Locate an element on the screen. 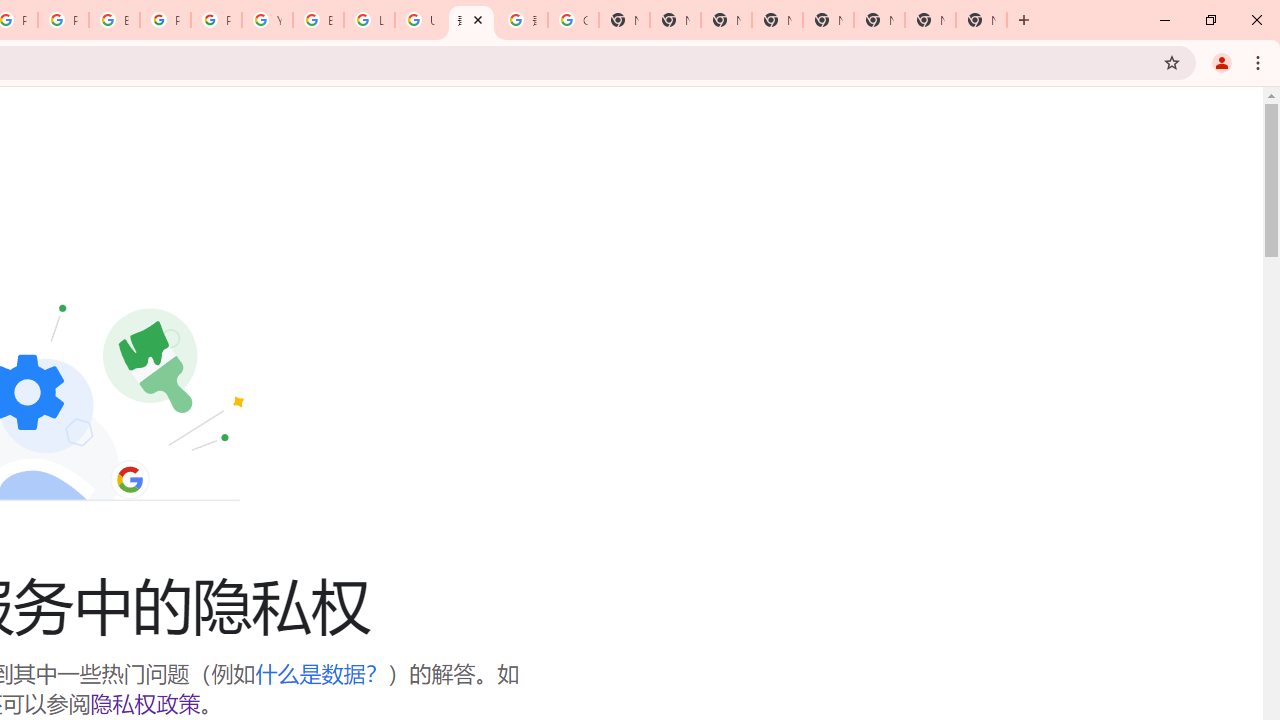 This screenshot has width=1280, height=720. 'Google Images' is located at coordinates (572, 20).